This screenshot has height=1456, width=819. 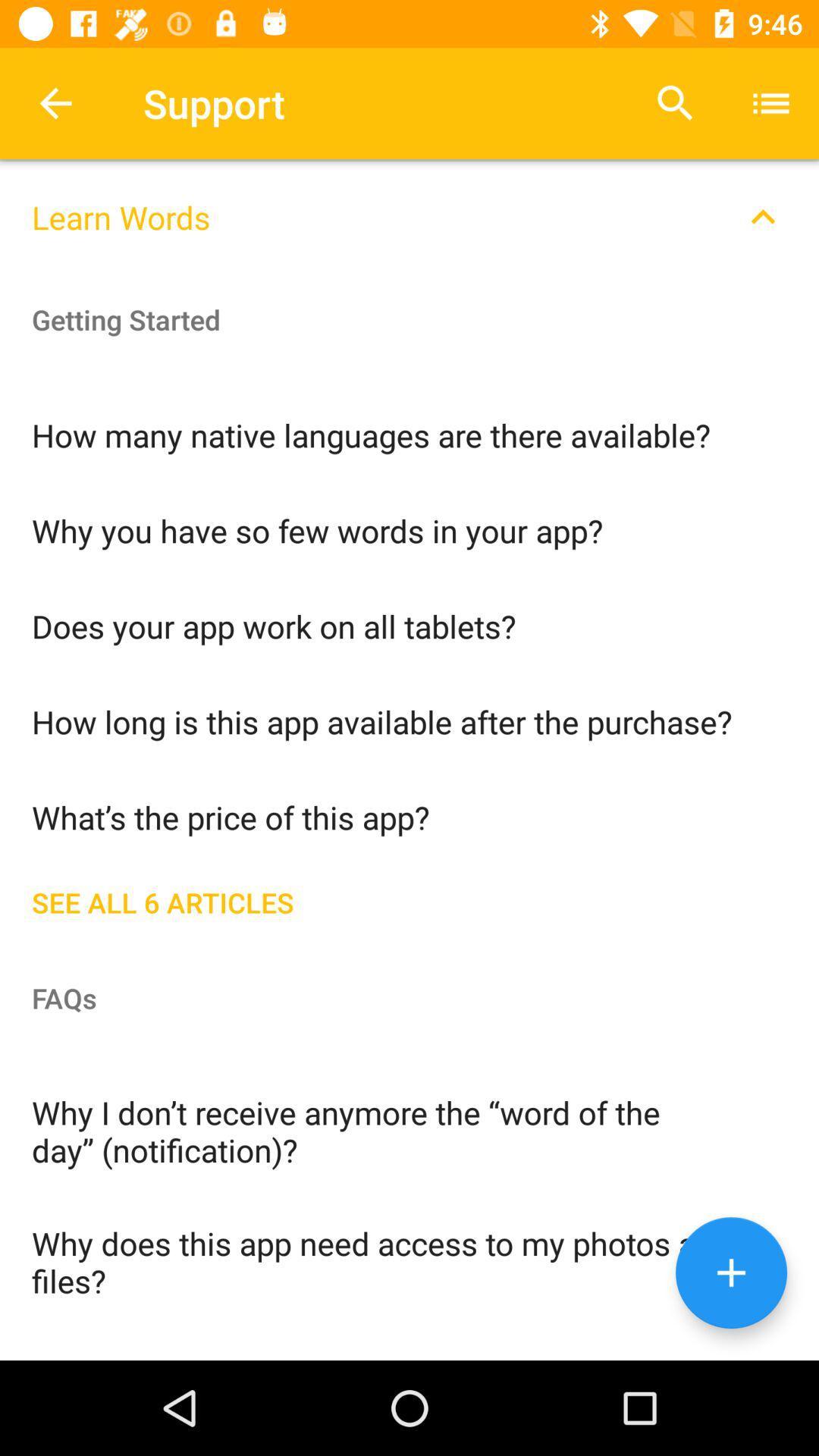 What do you see at coordinates (409, 899) in the screenshot?
I see `the see all 6 icon` at bounding box center [409, 899].